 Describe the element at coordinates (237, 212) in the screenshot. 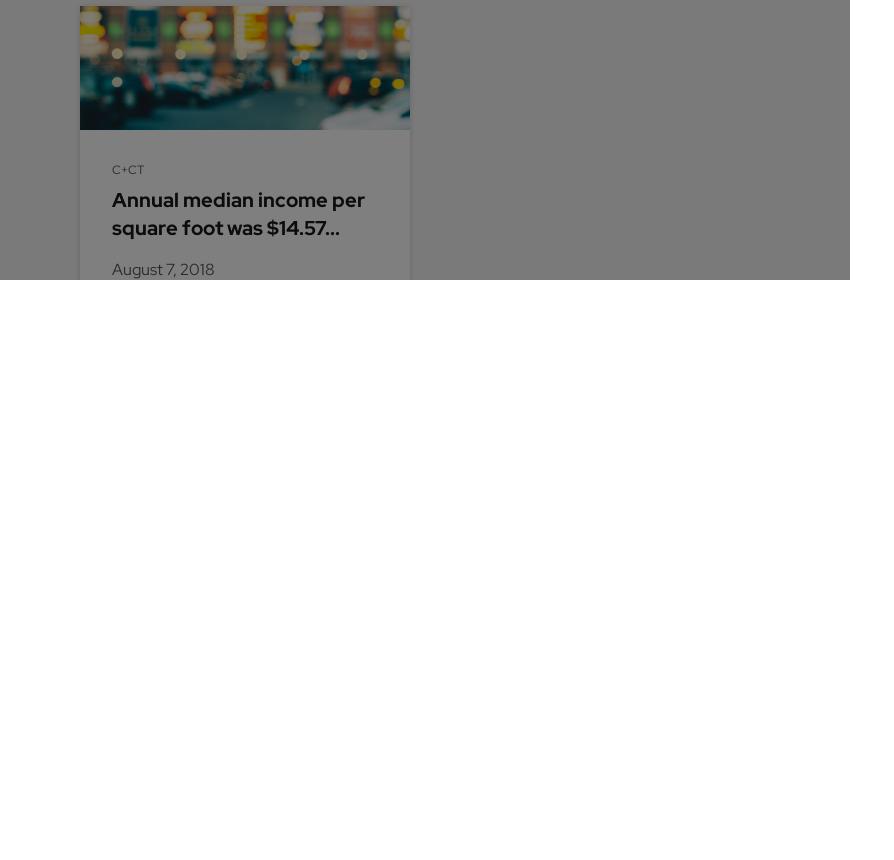

I see `'Annual median income per square foot was $14.57...'` at that location.